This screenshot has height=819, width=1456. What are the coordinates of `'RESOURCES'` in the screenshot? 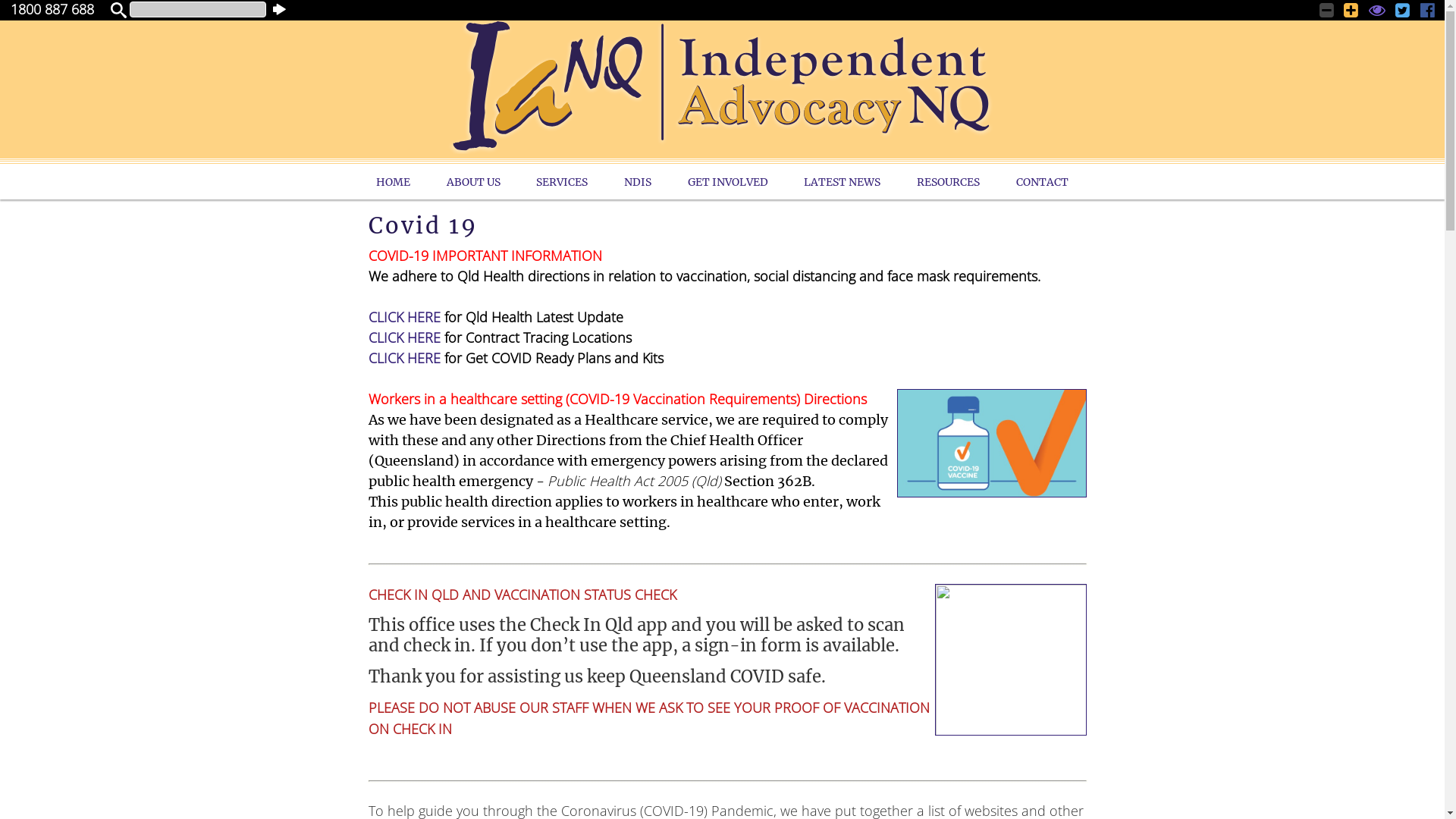 It's located at (947, 180).